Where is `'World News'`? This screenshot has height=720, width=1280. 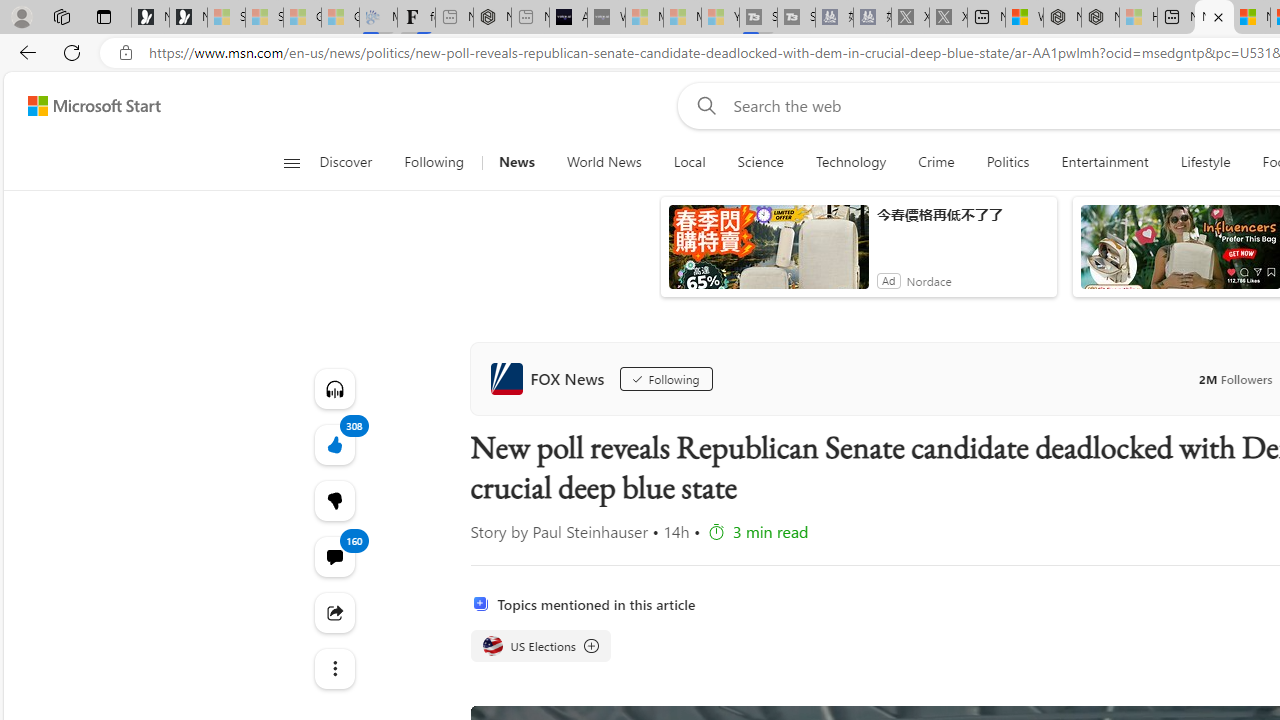
'World News' is located at coordinates (603, 162).